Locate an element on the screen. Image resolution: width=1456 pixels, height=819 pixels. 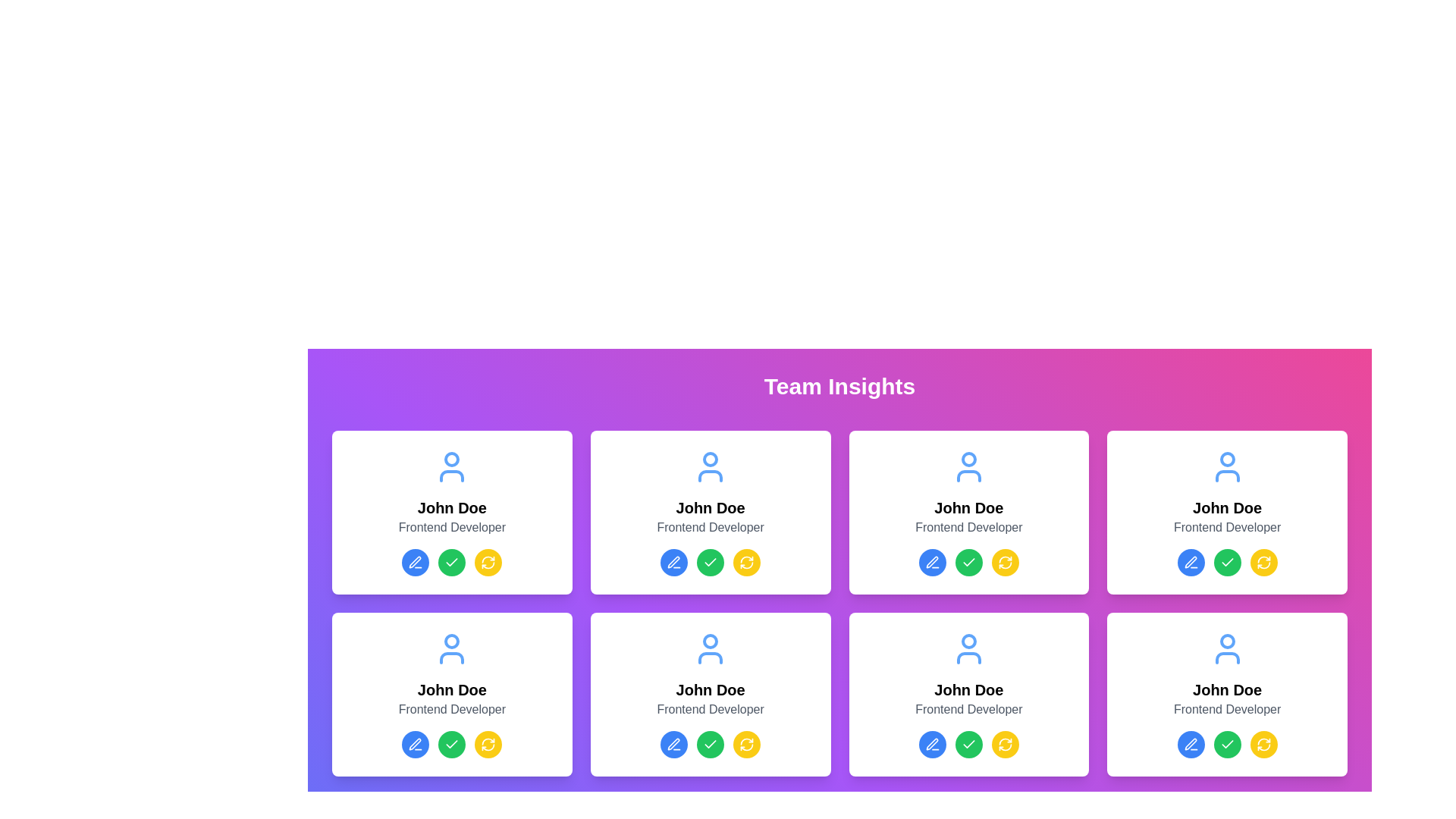
the middle circular confirmation button located under 'John Doe, Frontend Developer' in the 'Team Insights' card is located at coordinates (968, 562).